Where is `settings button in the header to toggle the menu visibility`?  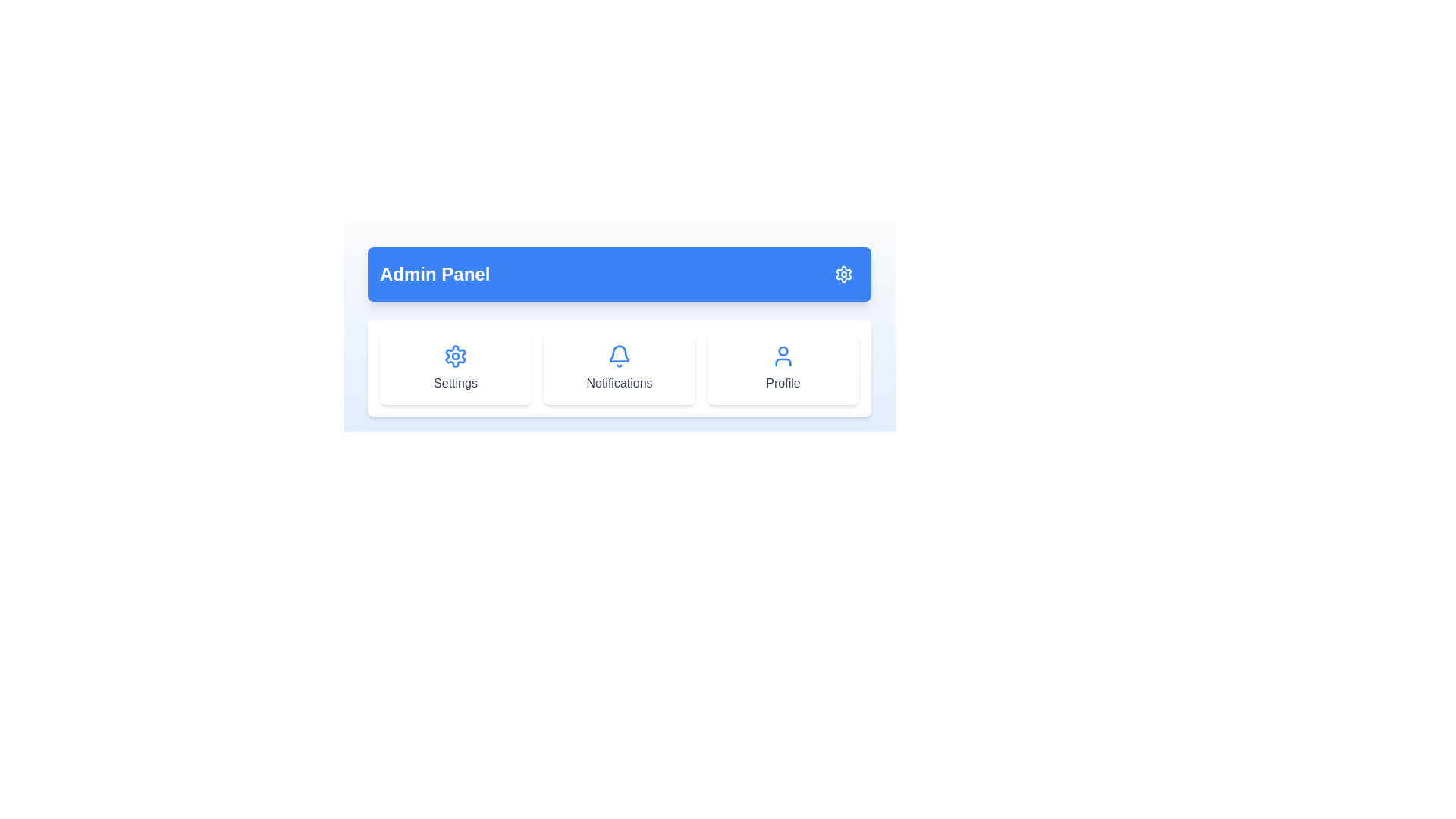
settings button in the header to toggle the menu visibility is located at coordinates (843, 275).